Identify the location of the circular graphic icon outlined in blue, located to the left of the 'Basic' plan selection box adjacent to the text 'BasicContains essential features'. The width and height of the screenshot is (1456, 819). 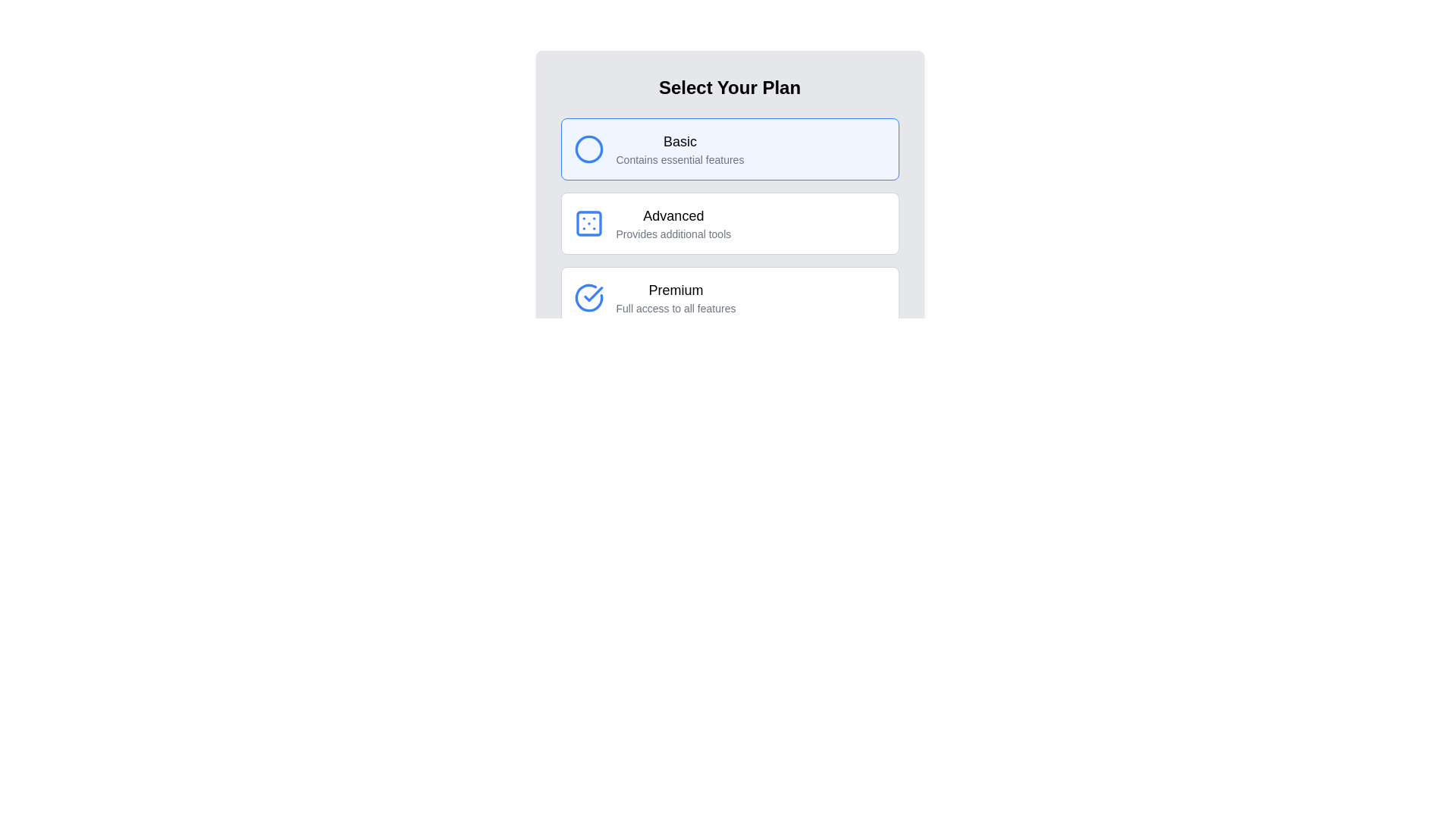
(588, 149).